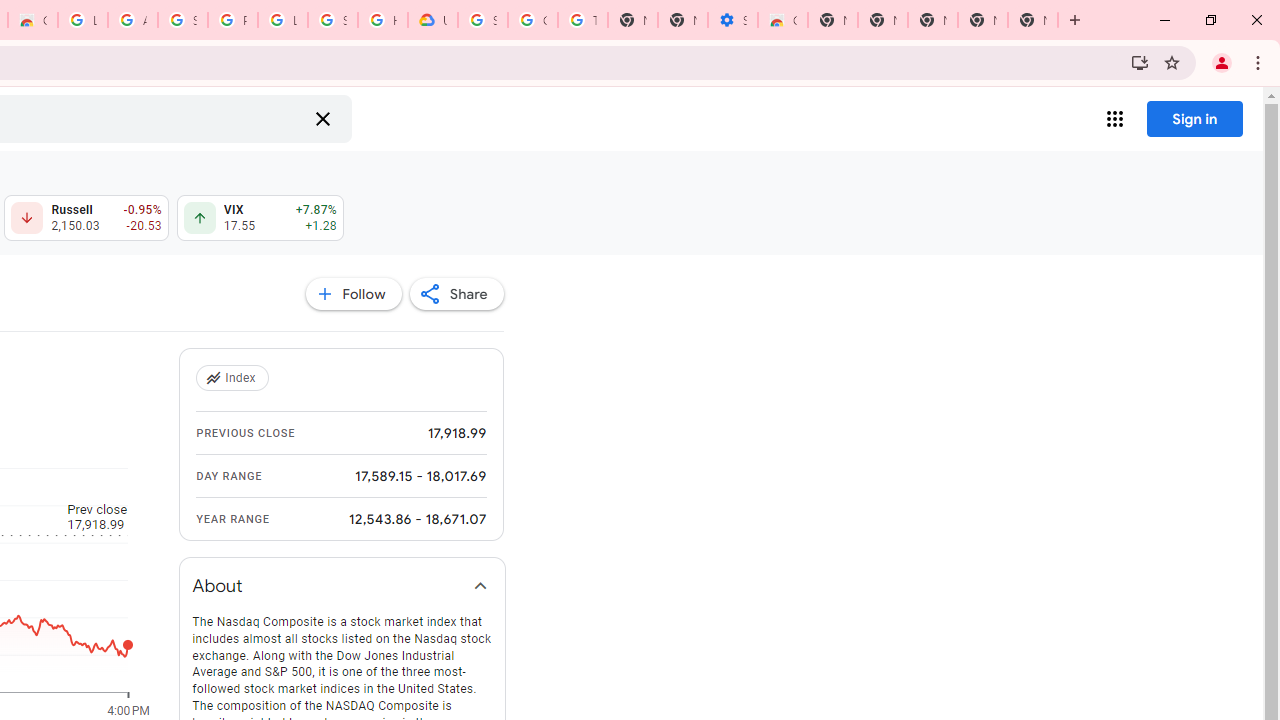 The image size is (1280, 720). Describe the element at coordinates (1194, 118) in the screenshot. I see `'Sign in'` at that location.